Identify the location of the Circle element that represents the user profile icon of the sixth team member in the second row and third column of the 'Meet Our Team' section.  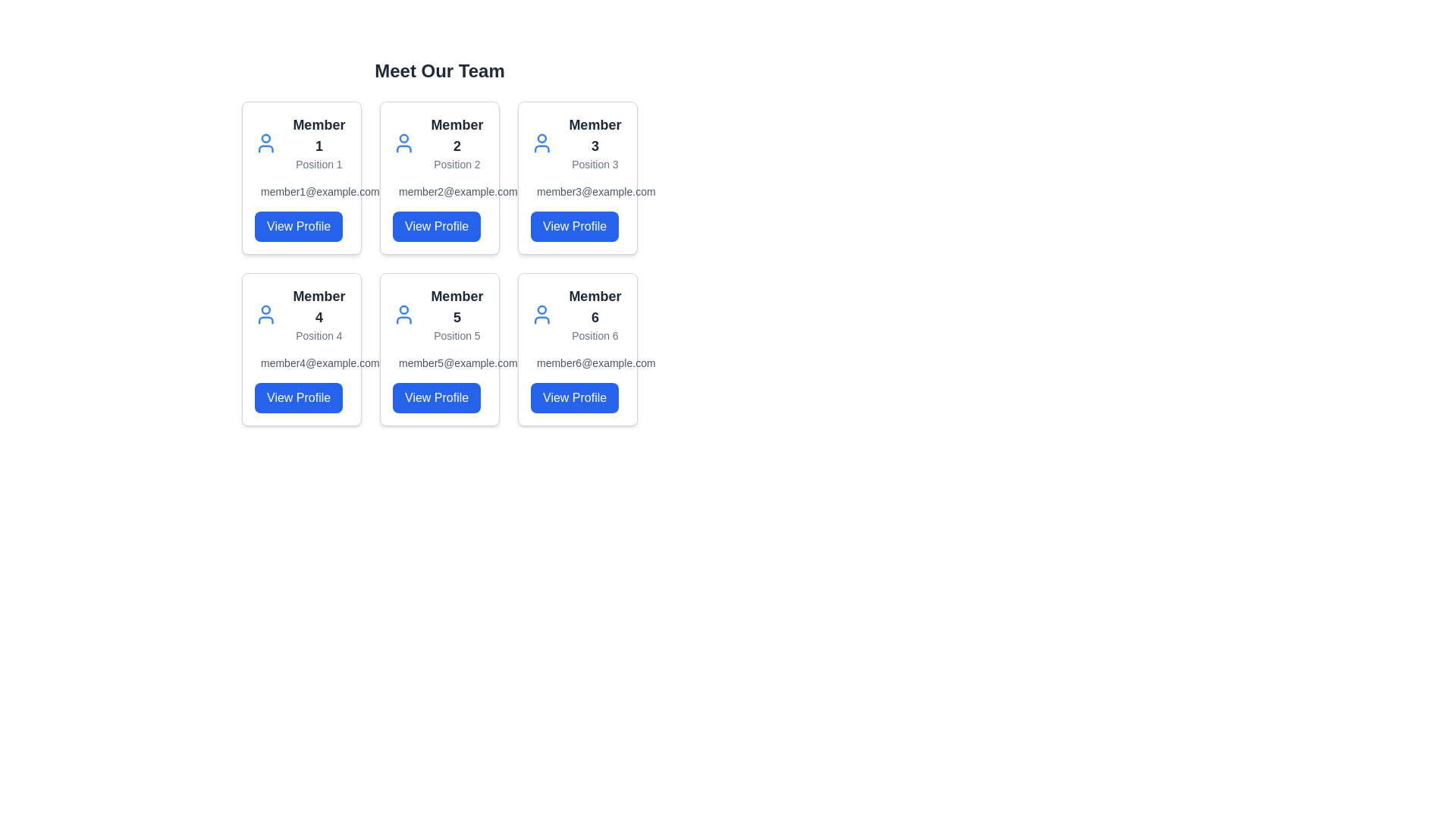
(541, 309).